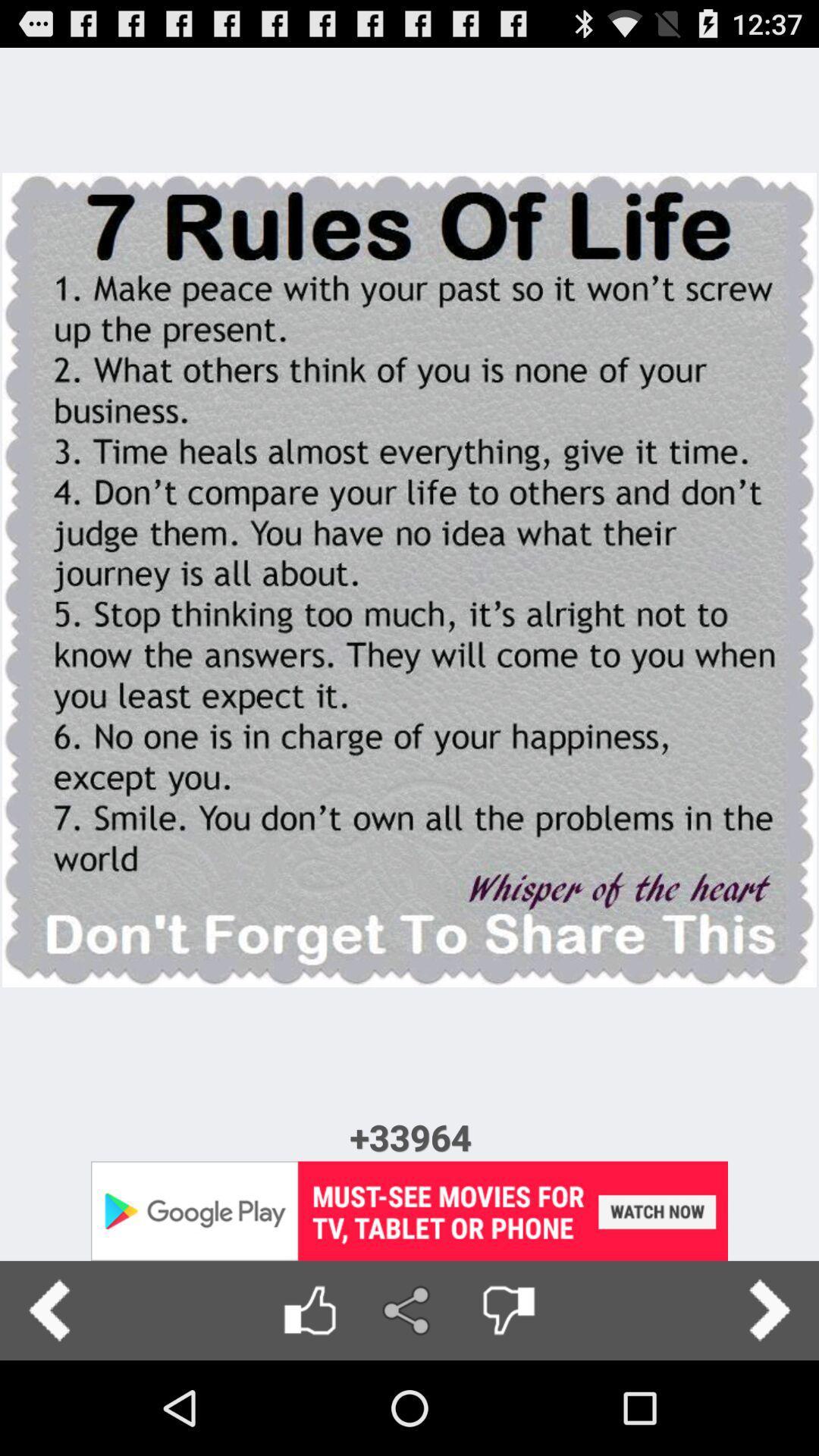  I want to click on share option, so click(408, 1310).